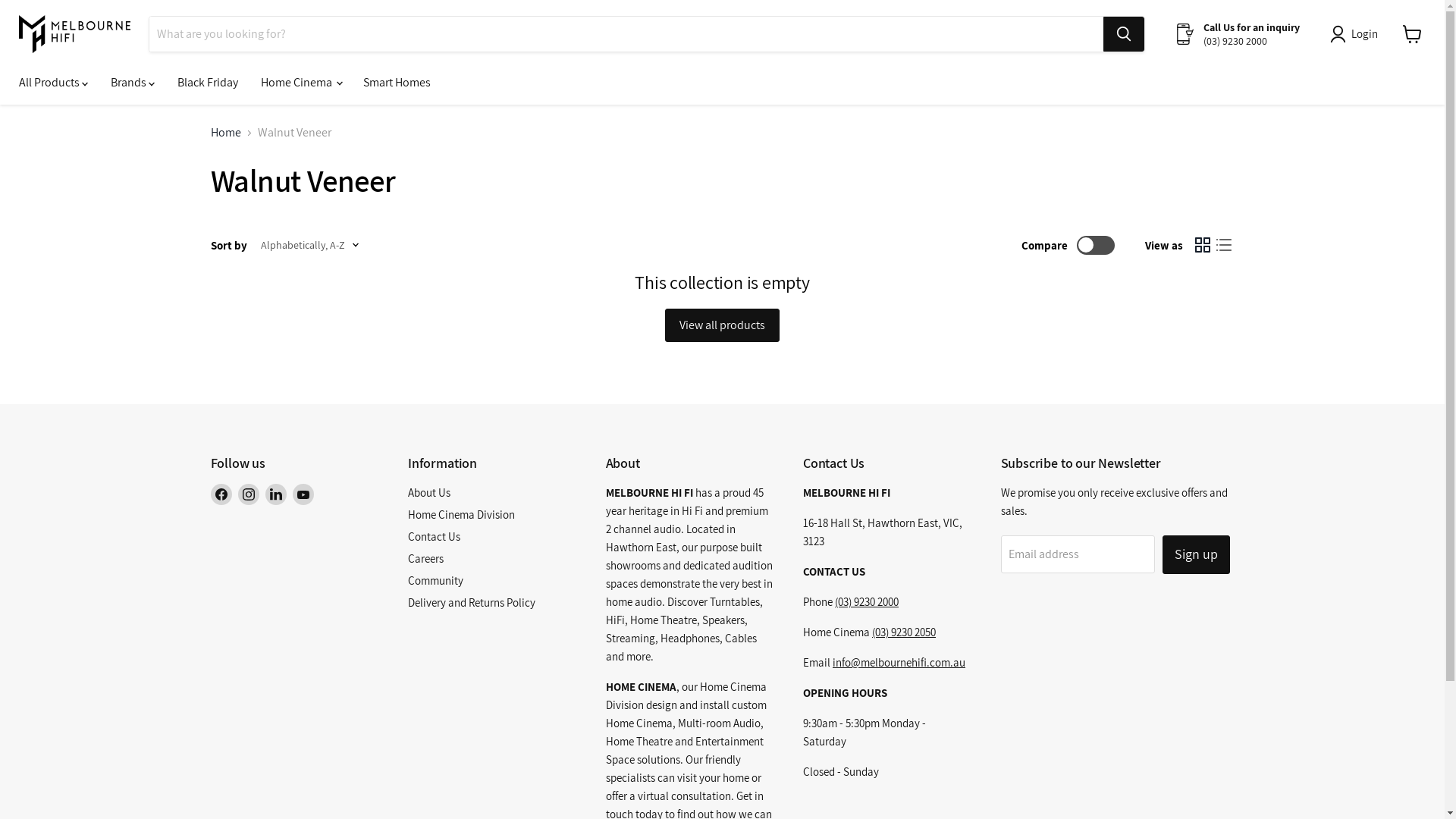  Describe the element at coordinates (903, 632) in the screenshot. I see `'(03) 9230 2050'` at that location.